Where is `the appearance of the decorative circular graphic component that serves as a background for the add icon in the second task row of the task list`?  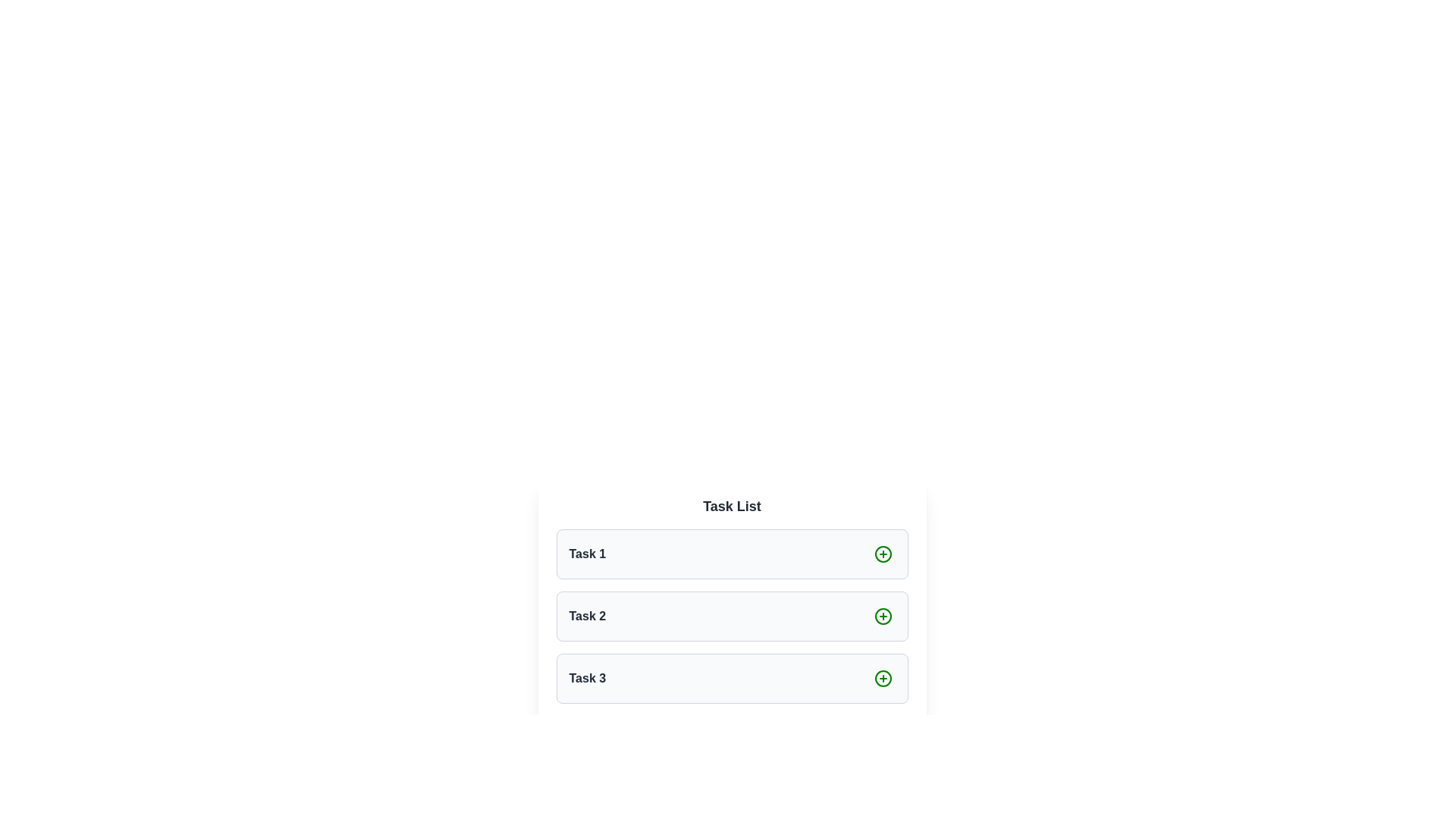
the appearance of the decorative circular graphic component that serves as a background for the add icon in the second task row of the task list is located at coordinates (883, 617).